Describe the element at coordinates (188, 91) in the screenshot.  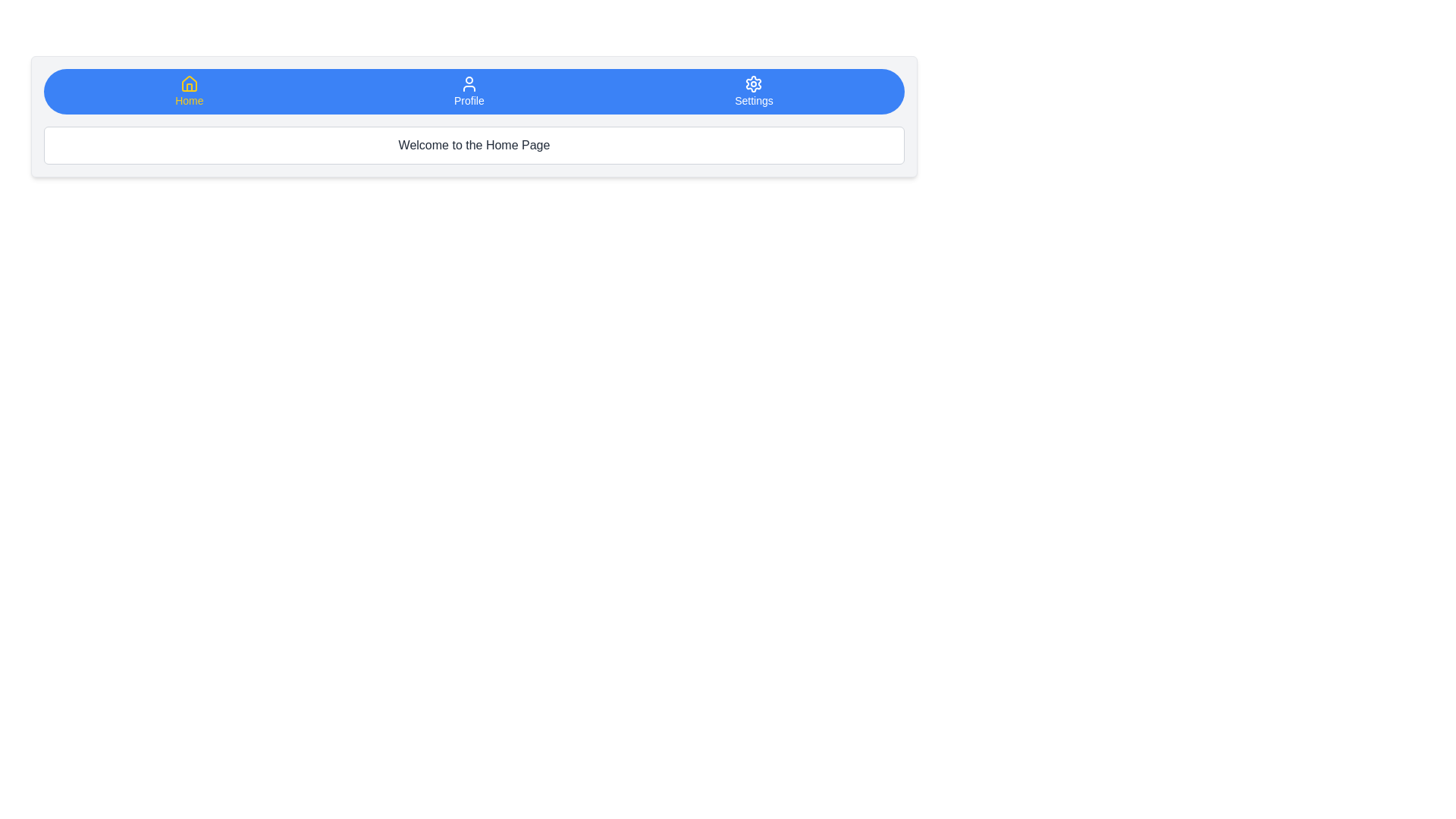
I see `the Home tab from the navigation bar` at that location.